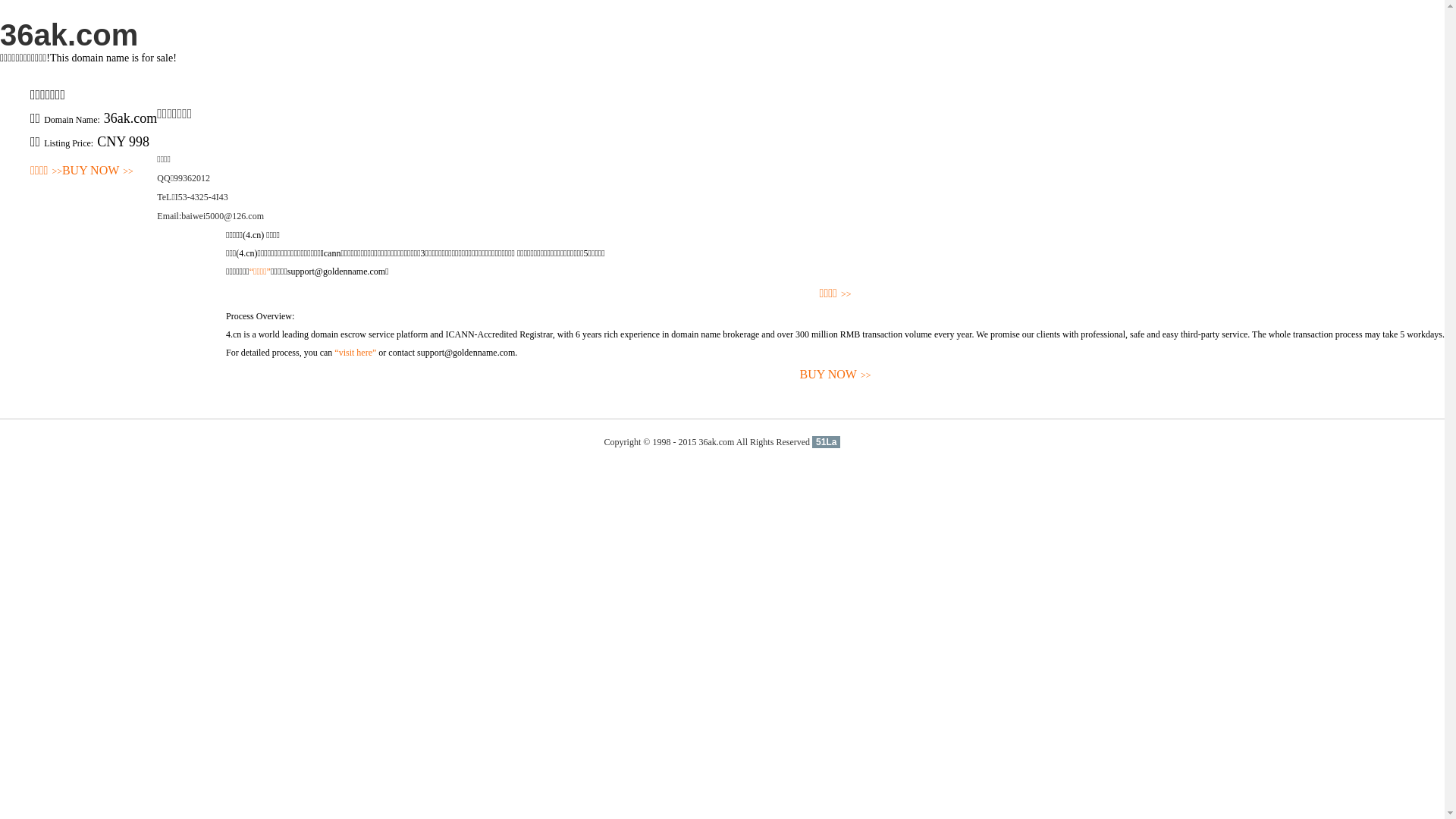  I want to click on '51La', so click(825, 441).